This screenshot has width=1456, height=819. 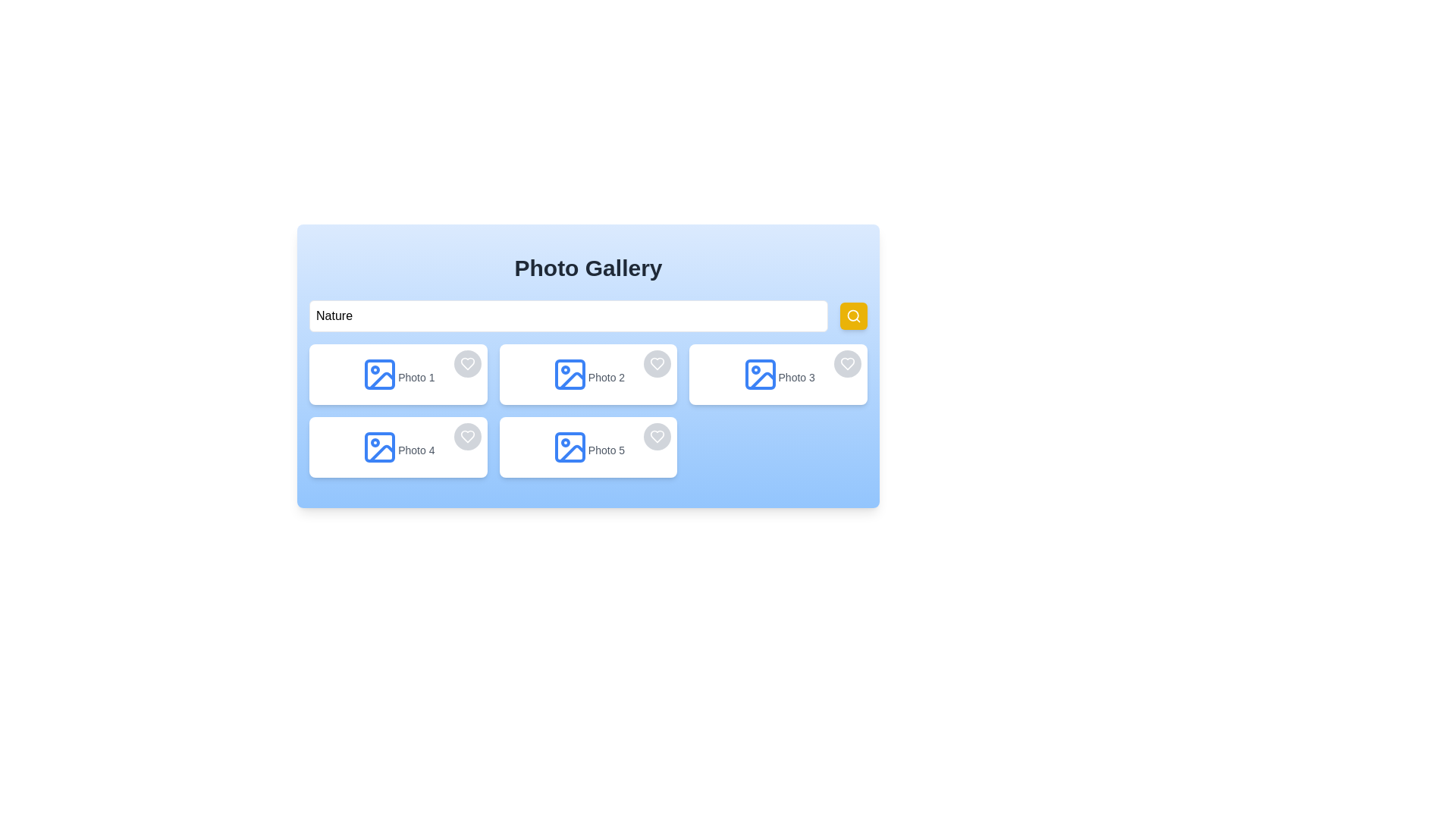 I want to click on the rounded rectangle subcomponent within the photo placeholder for 'Photo 2' in the Photo Gallery UI, so click(x=569, y=374).